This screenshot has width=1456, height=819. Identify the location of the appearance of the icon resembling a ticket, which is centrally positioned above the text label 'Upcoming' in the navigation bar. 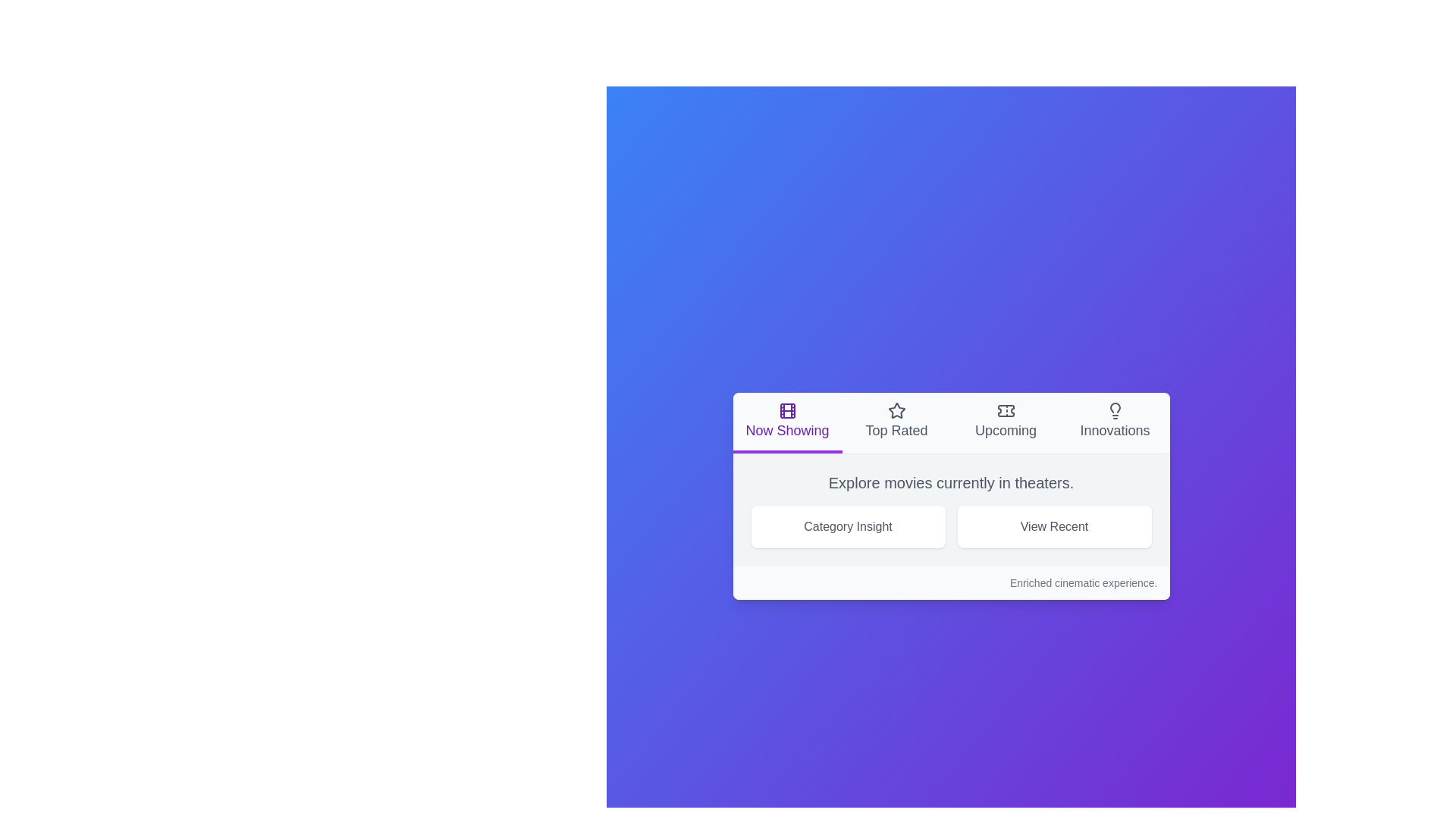
(1006, 410).